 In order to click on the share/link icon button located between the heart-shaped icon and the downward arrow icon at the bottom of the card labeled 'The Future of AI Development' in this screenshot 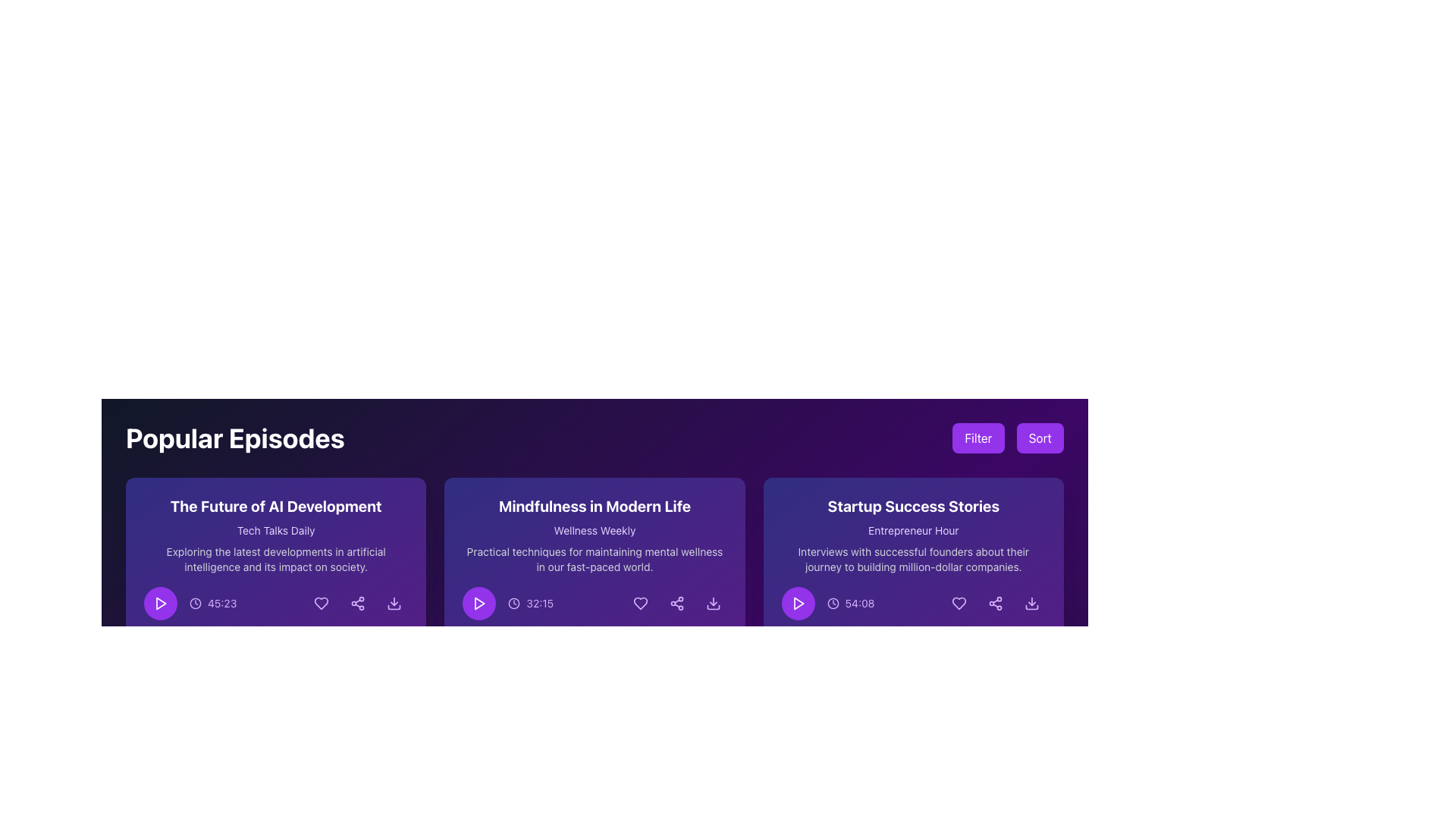, I will do `click(357, 602)`.